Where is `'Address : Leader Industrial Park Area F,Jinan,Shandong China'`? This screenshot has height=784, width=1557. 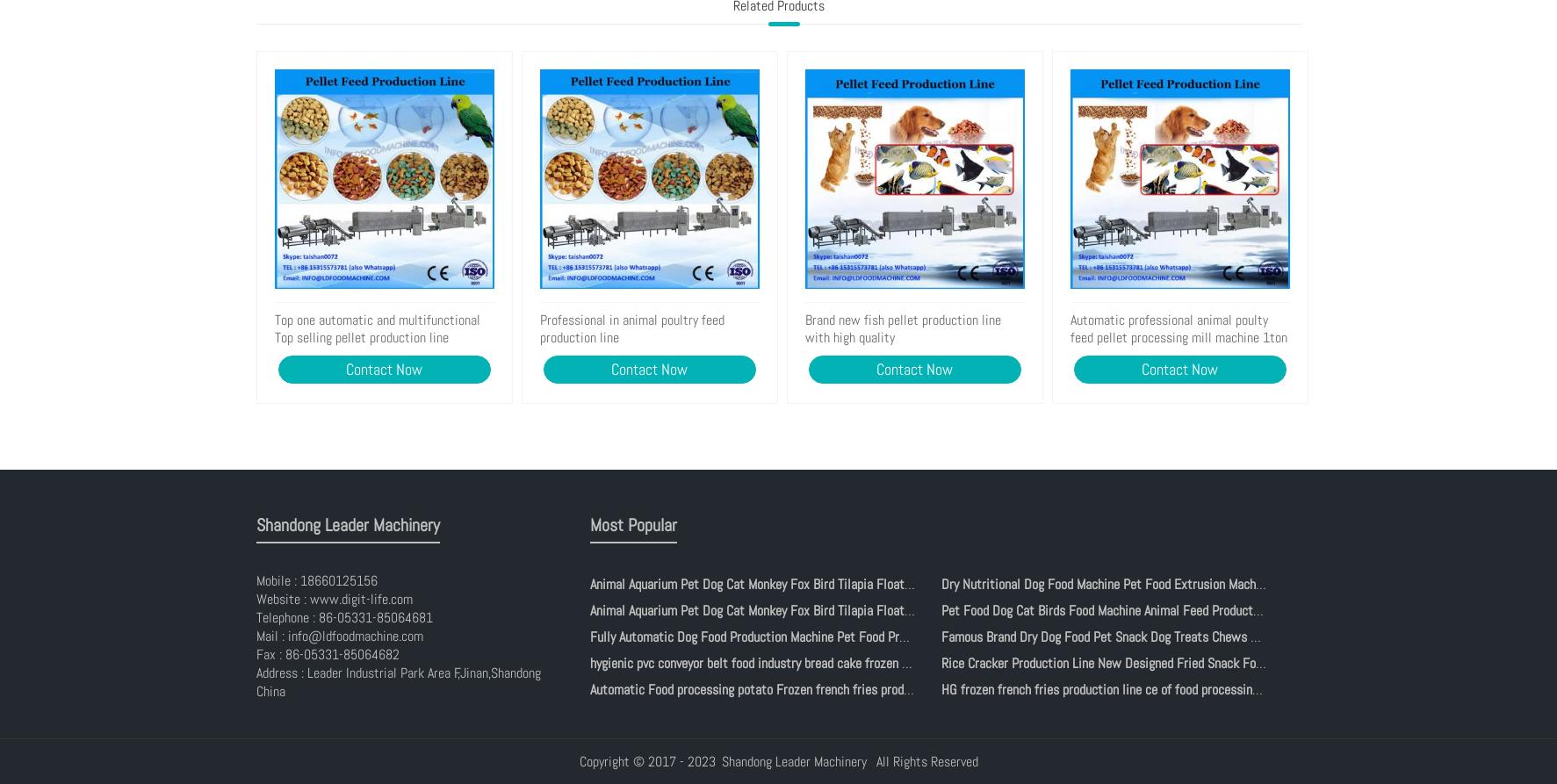
'Address : Leader Industrial Park Area F,Jinan,Shandong China' is located at coordinates (397, 680).